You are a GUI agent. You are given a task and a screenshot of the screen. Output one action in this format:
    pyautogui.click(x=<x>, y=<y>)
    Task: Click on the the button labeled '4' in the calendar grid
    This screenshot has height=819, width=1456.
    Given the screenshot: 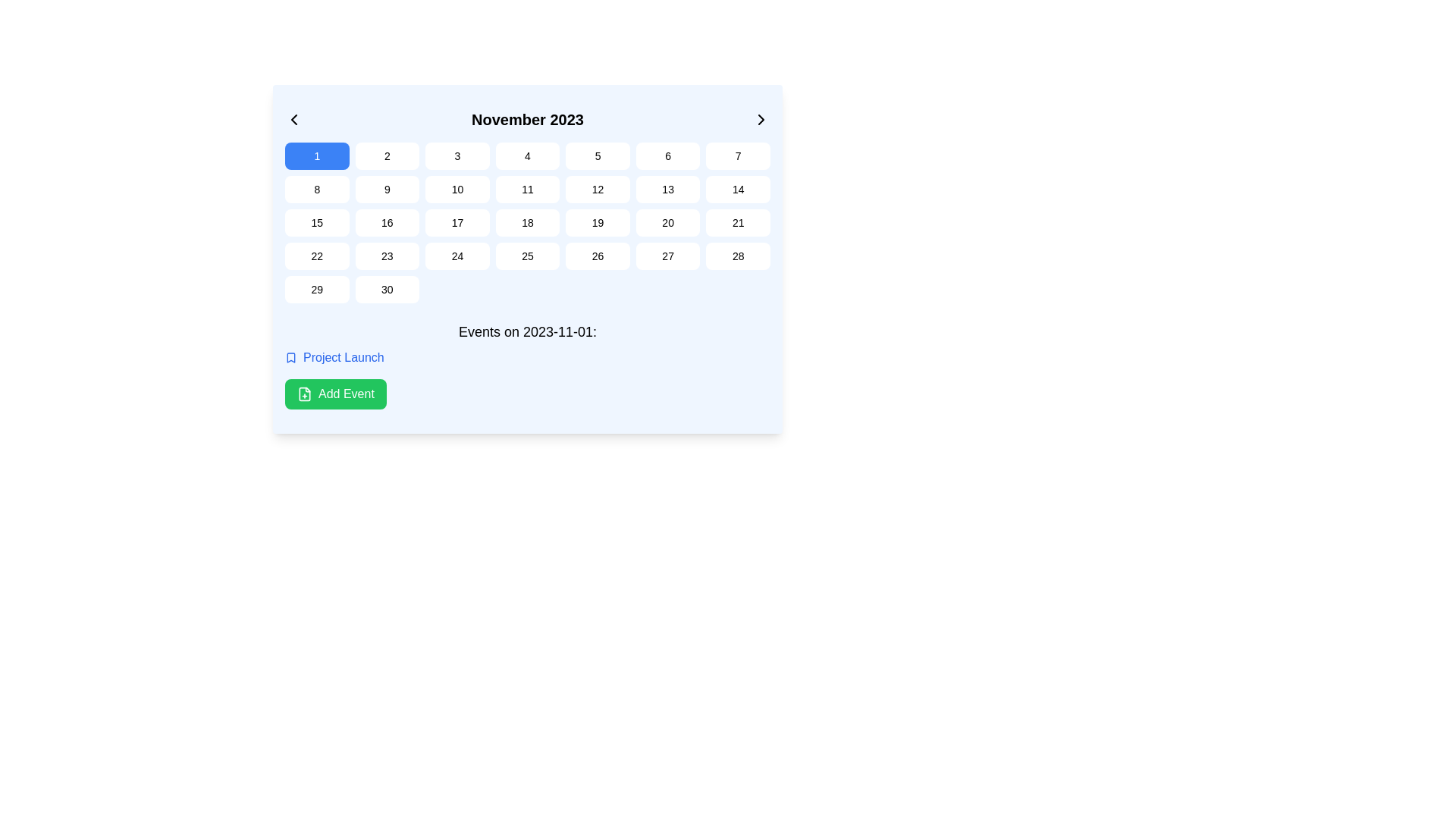 What is the action you would take?
    pyautogui.click(x=528, y=155)
    